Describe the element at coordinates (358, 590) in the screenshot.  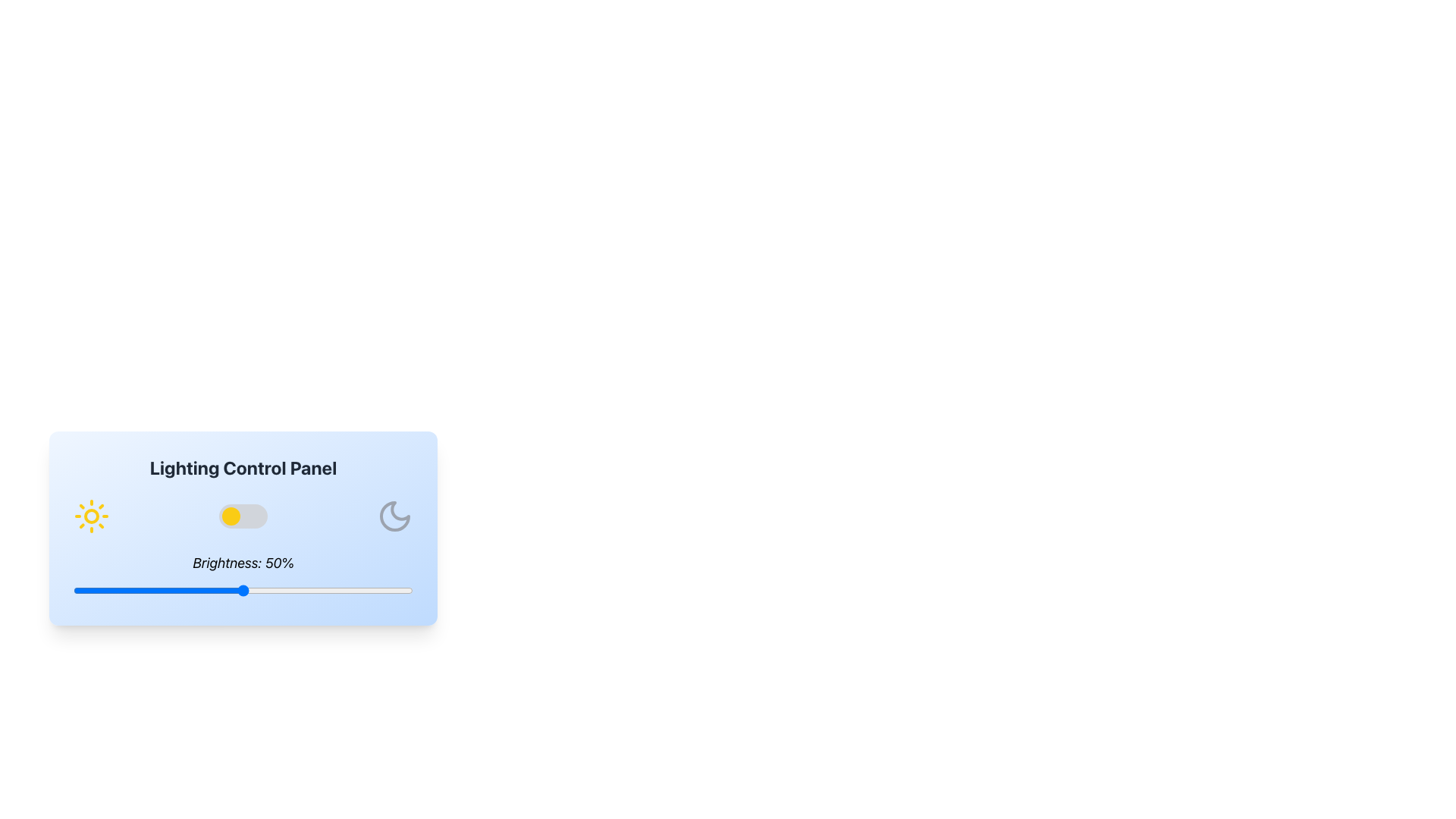
I see `the brightness level` at that location.